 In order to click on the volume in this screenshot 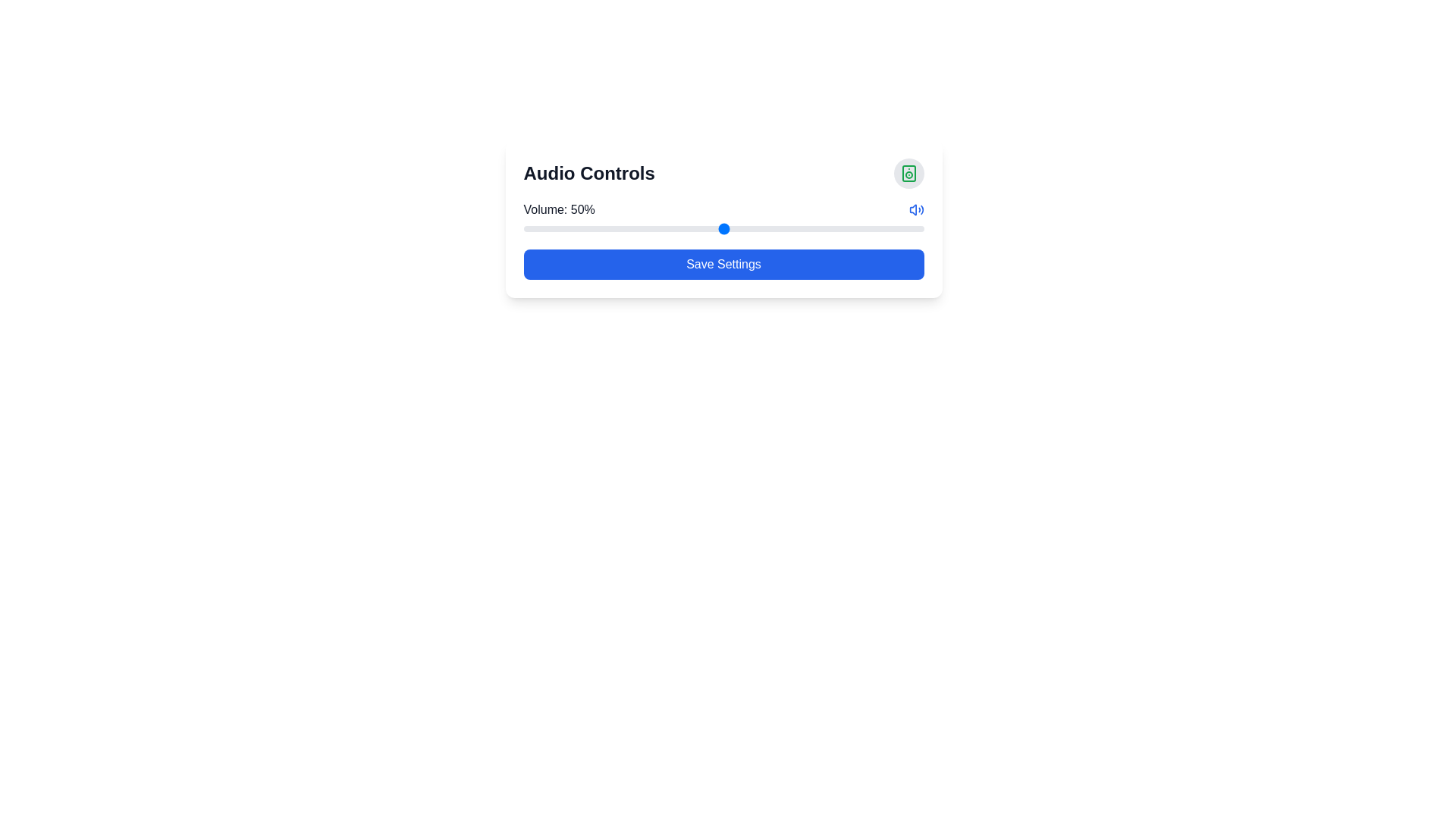, I will do `click(767, 228)`.